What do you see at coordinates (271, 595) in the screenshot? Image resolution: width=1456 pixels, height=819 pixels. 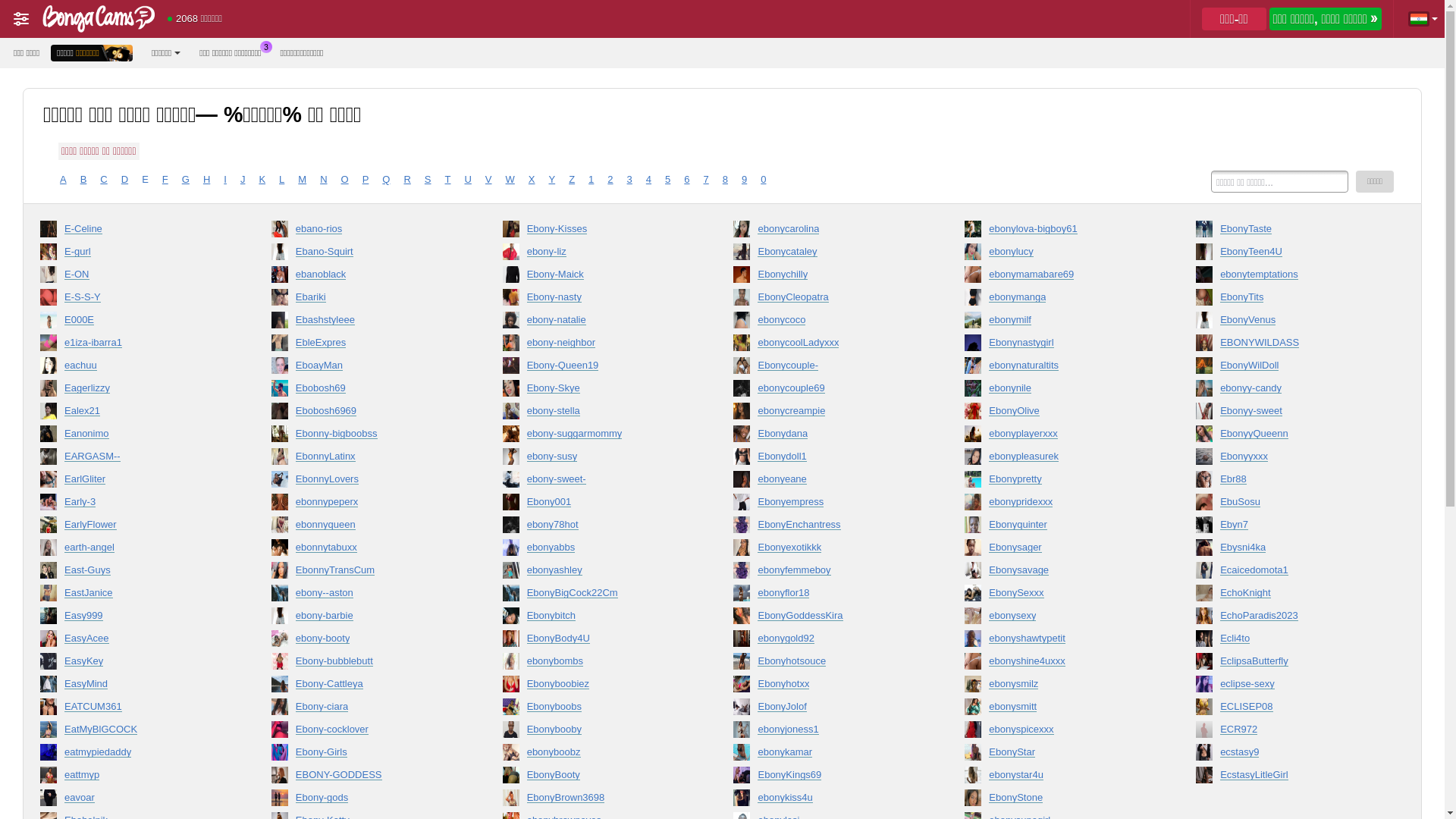 I see `'ebony--aston'` at bounding box center [271, 595].